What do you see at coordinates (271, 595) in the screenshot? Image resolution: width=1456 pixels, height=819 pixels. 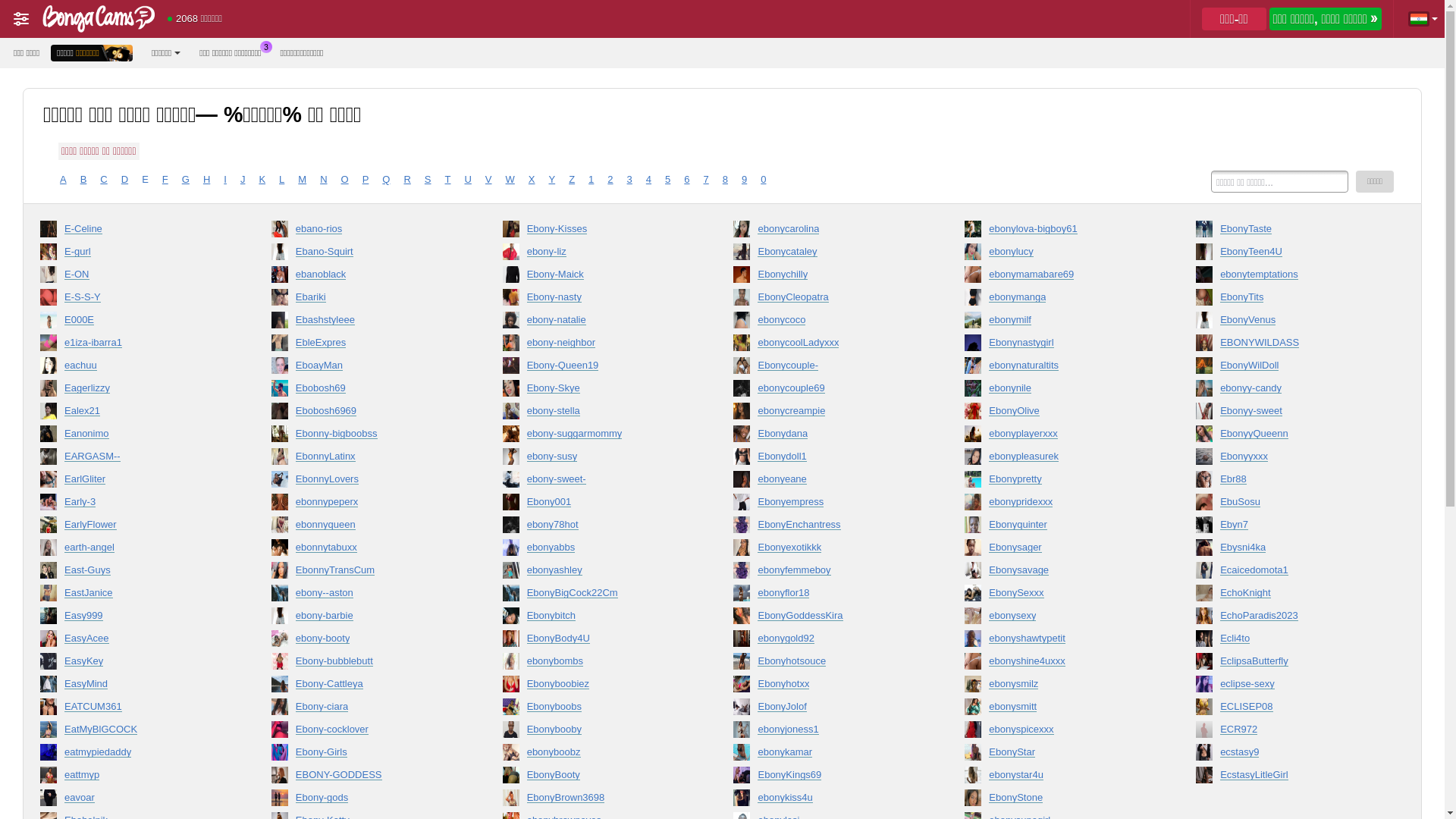 I see `'ebony--aston'` at bounding box center [271, 595].